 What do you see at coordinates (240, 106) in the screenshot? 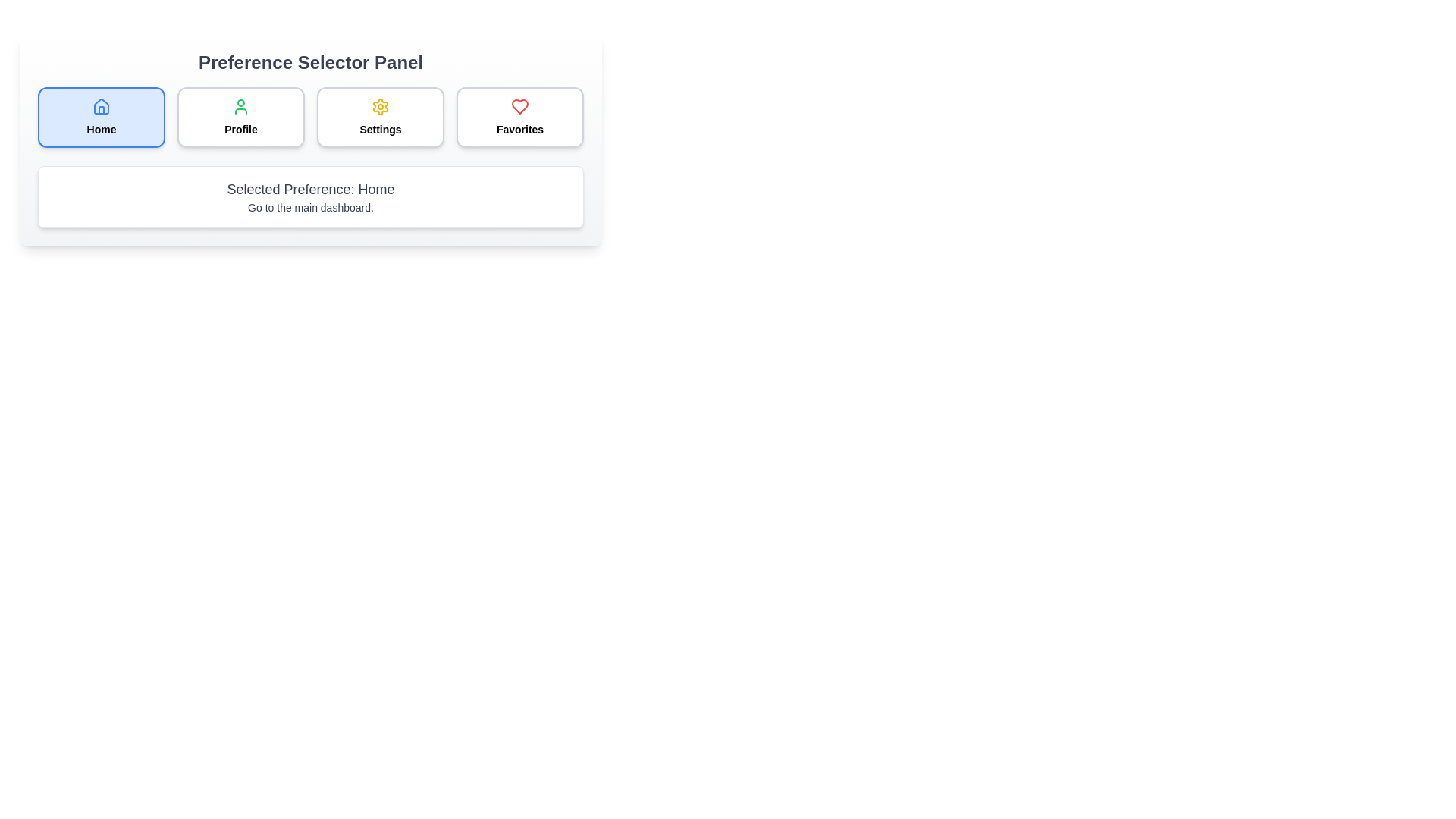
I see `the 'Profile' button, which contains a user icon represented as a green outline of a person` at bounding box center [240, 106].